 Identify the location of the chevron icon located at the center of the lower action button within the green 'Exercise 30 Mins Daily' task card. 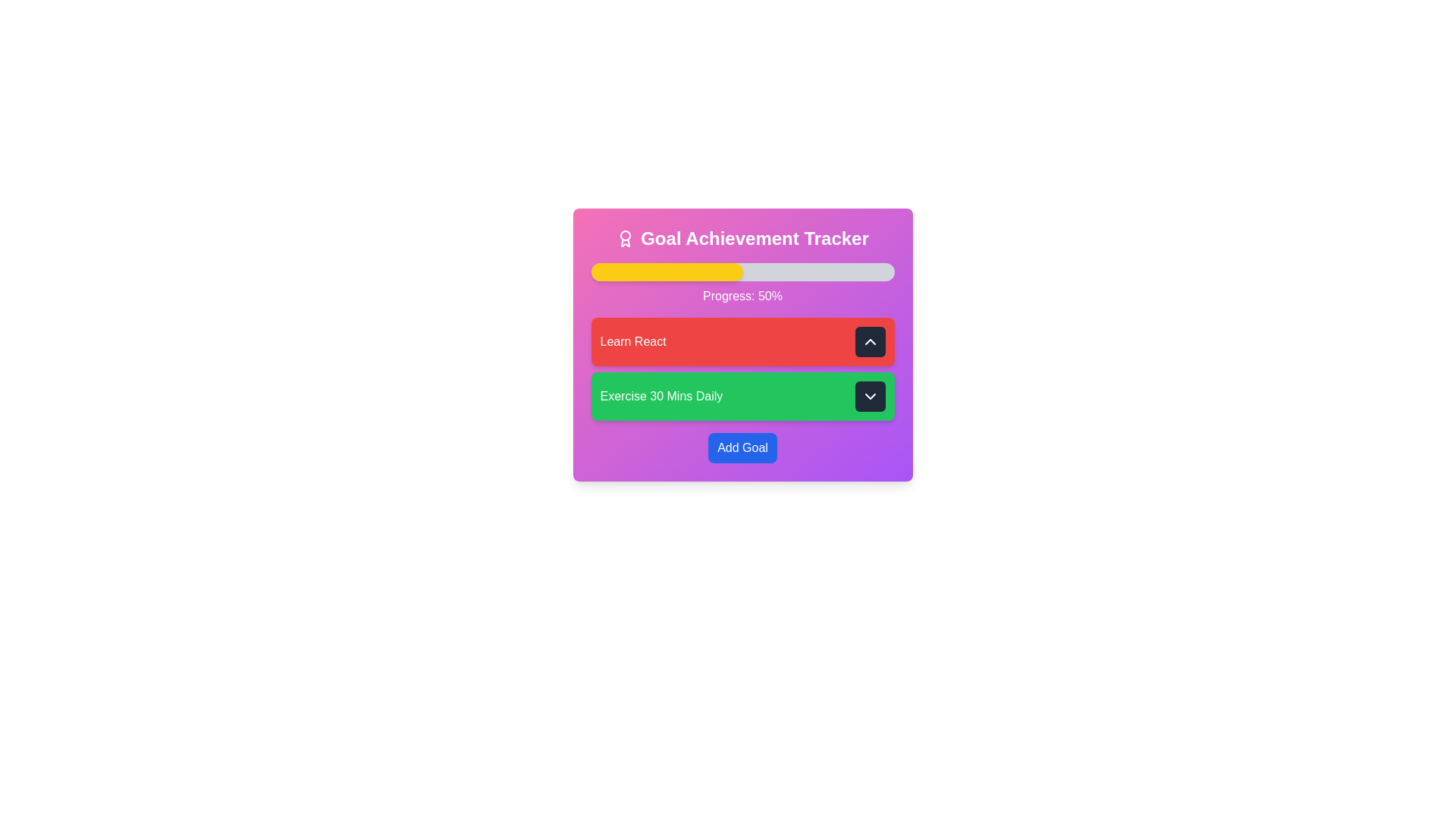
(870, 396).